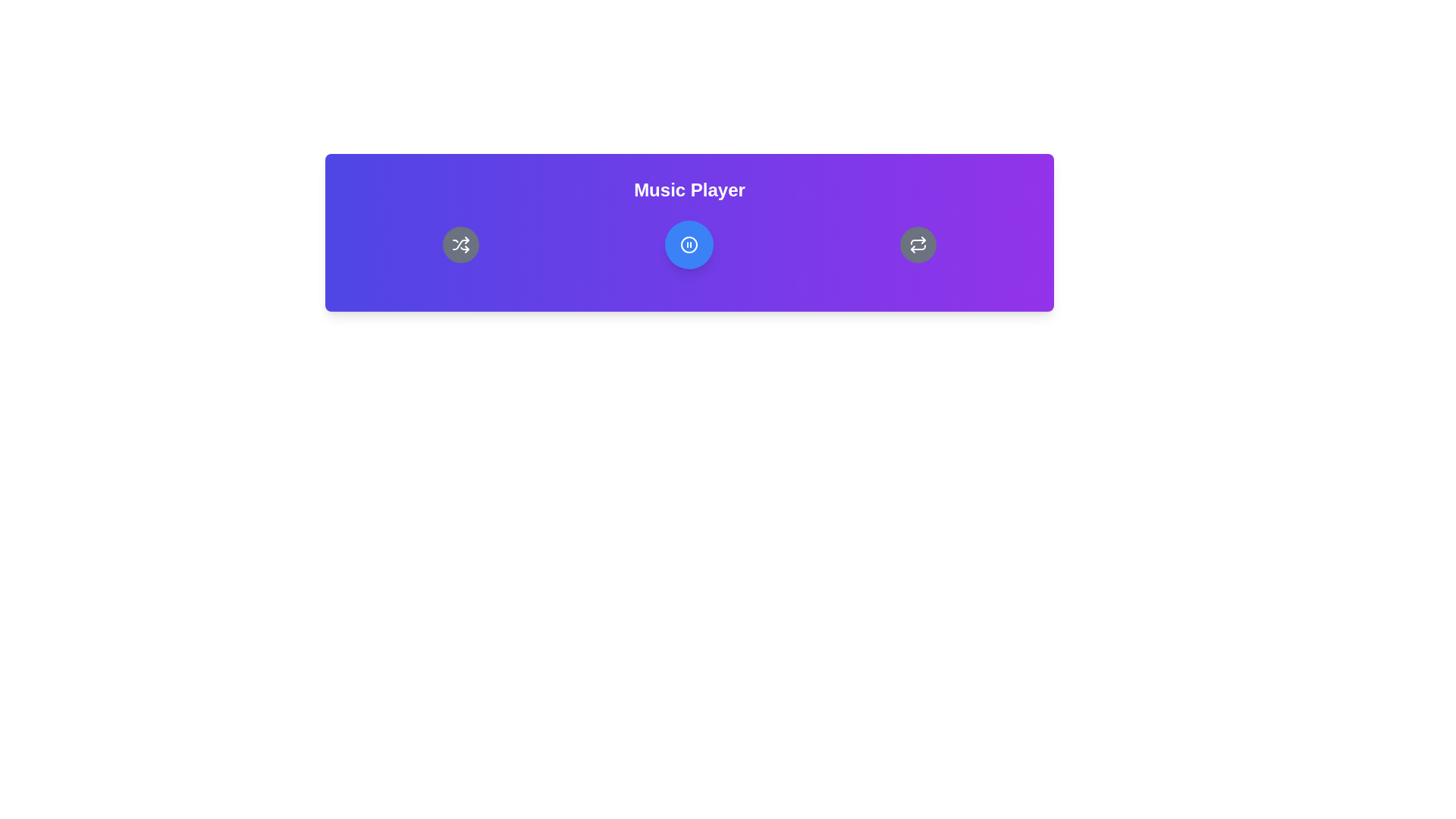 The height and width of the screenshot is (819, 1456). What do you see at coordinates (689, 244) in the screenshot?
I see `the pause button icon` at bounding box center [689, 244].